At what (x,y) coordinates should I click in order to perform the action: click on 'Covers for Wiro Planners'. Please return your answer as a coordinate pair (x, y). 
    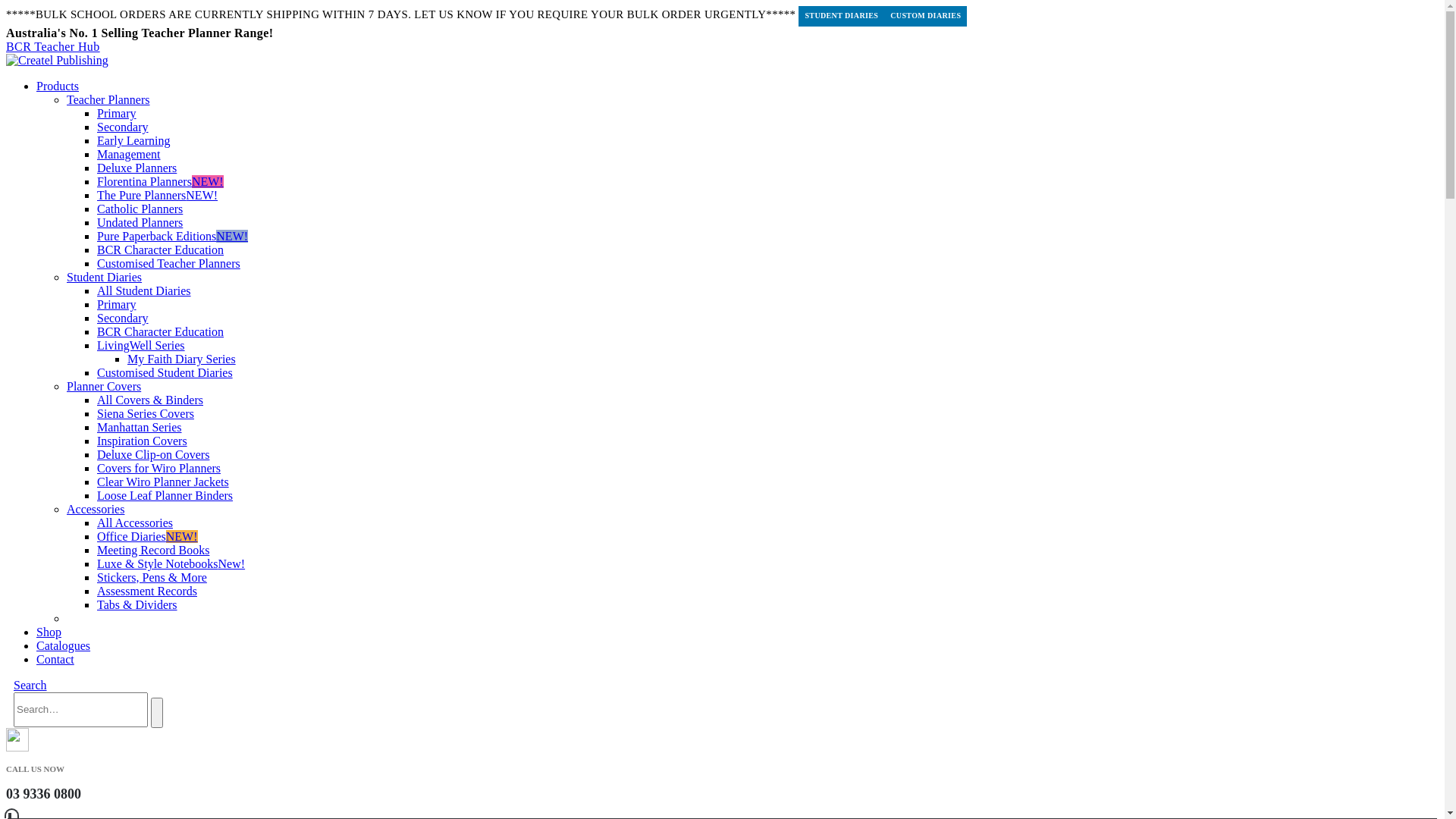
    Looking at the image, I should click on (158, 467).